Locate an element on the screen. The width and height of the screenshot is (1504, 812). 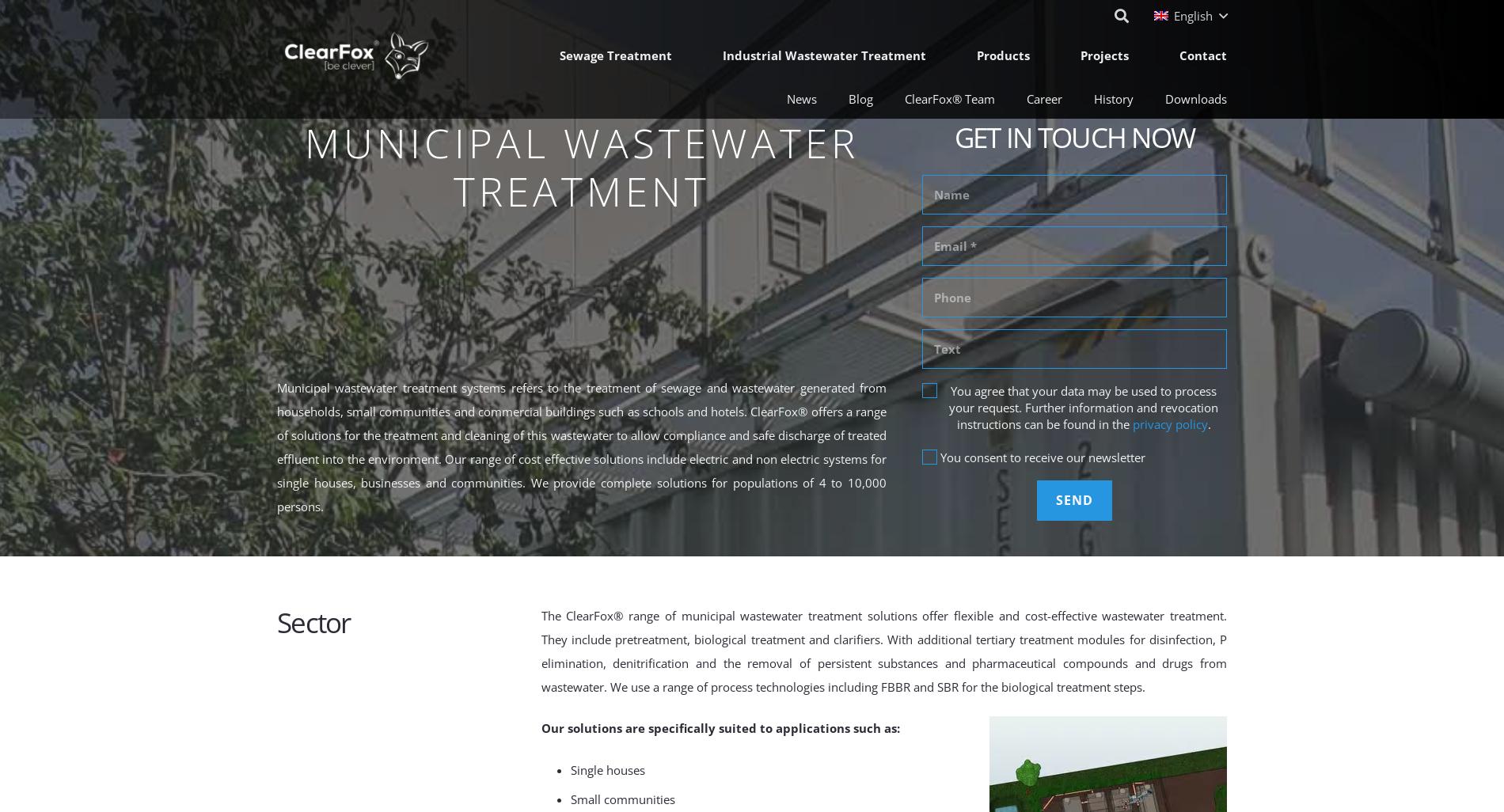
'Blog' is located at coordinates (860, 98).